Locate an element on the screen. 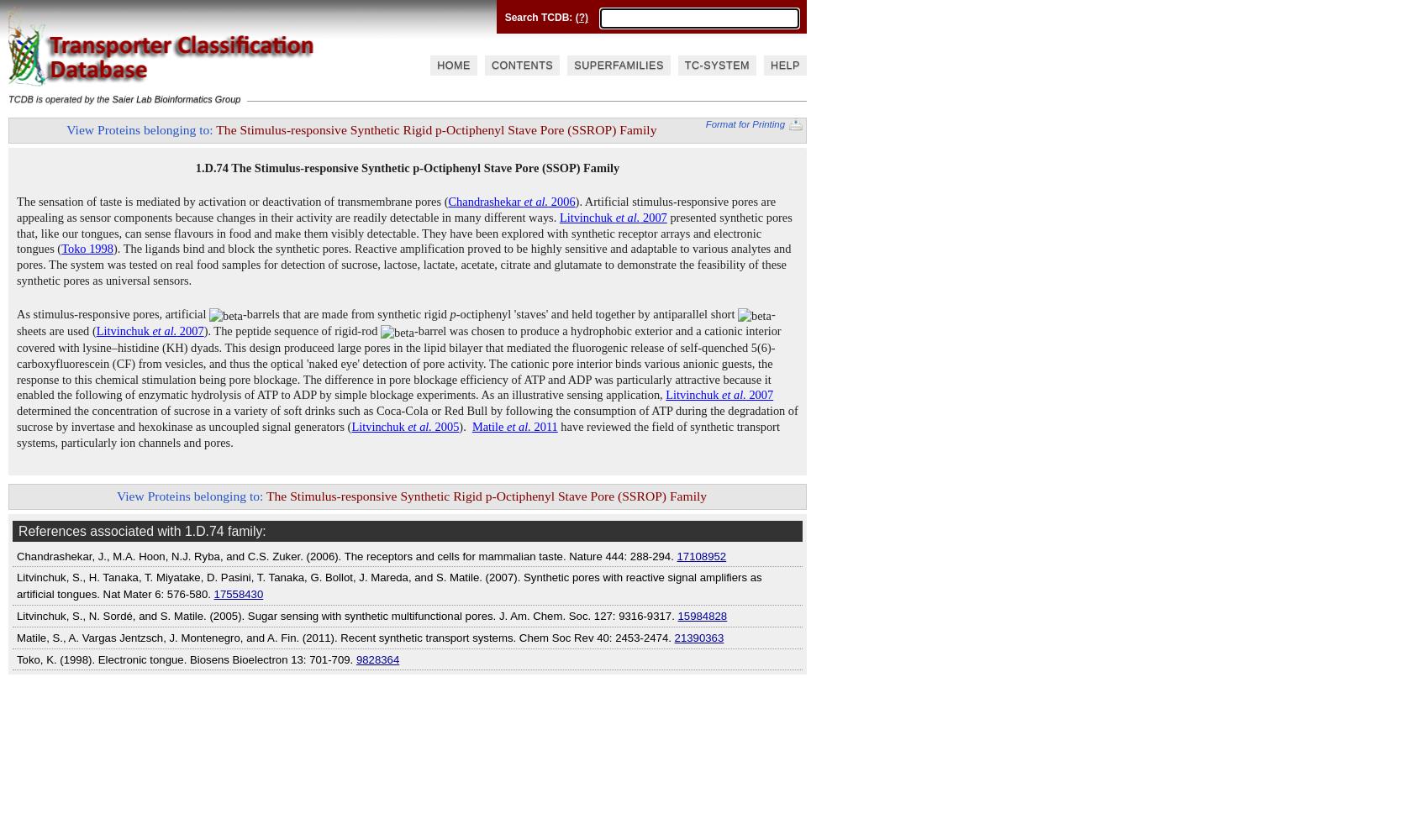  'Matile, S., A. Vargas Jentzsch, J. Montenegro, and A. Fin. (2011).  Recent synthetic transport systems.  Chem Soc Rev 40: 2453-2474.' is located at coordinates (345, 637).